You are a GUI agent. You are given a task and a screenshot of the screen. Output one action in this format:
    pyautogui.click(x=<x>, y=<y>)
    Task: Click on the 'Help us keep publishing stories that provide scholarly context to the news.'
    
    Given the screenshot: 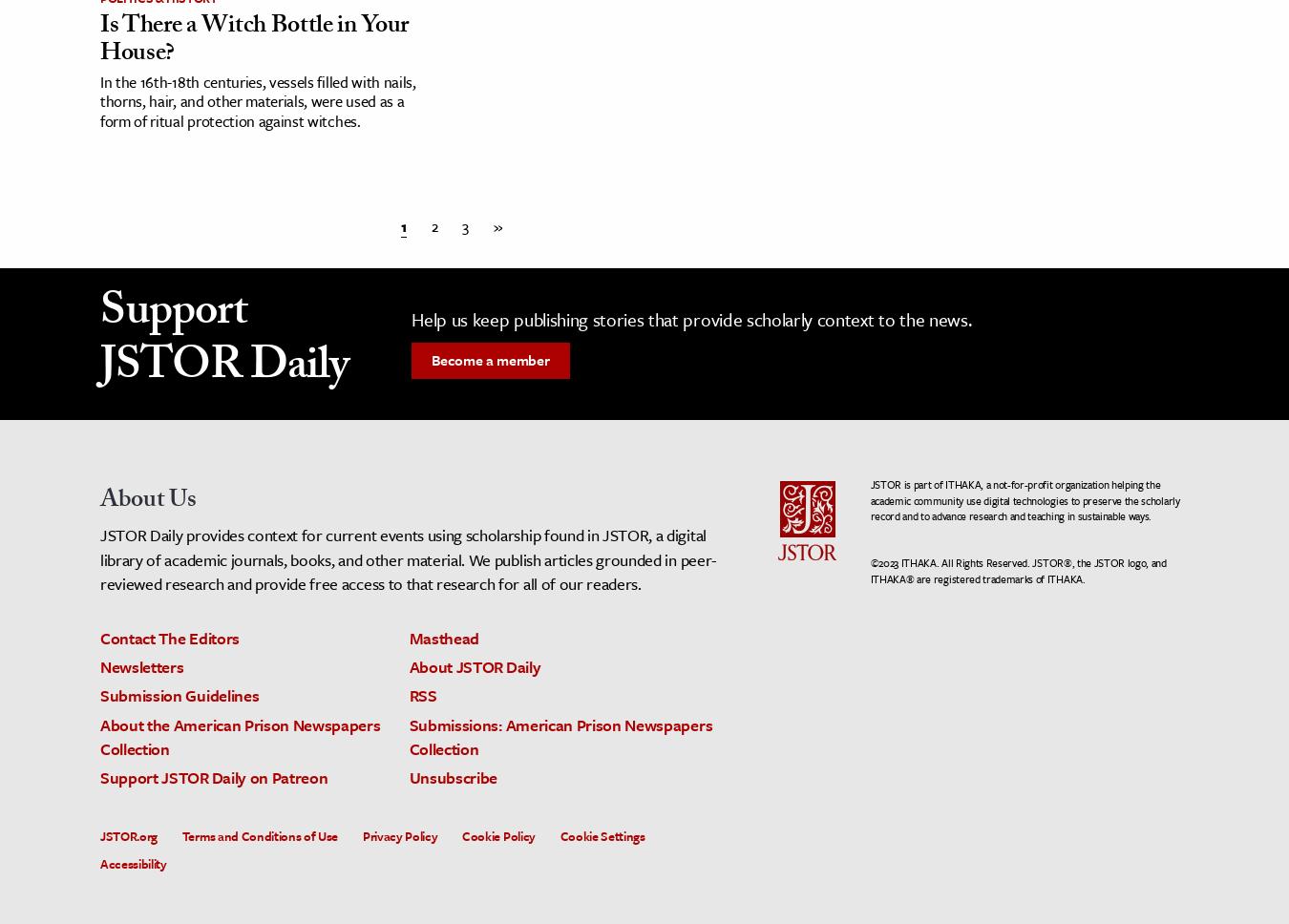 What is the action you would take?
    pyautogui.click(x=412, y=319)
    